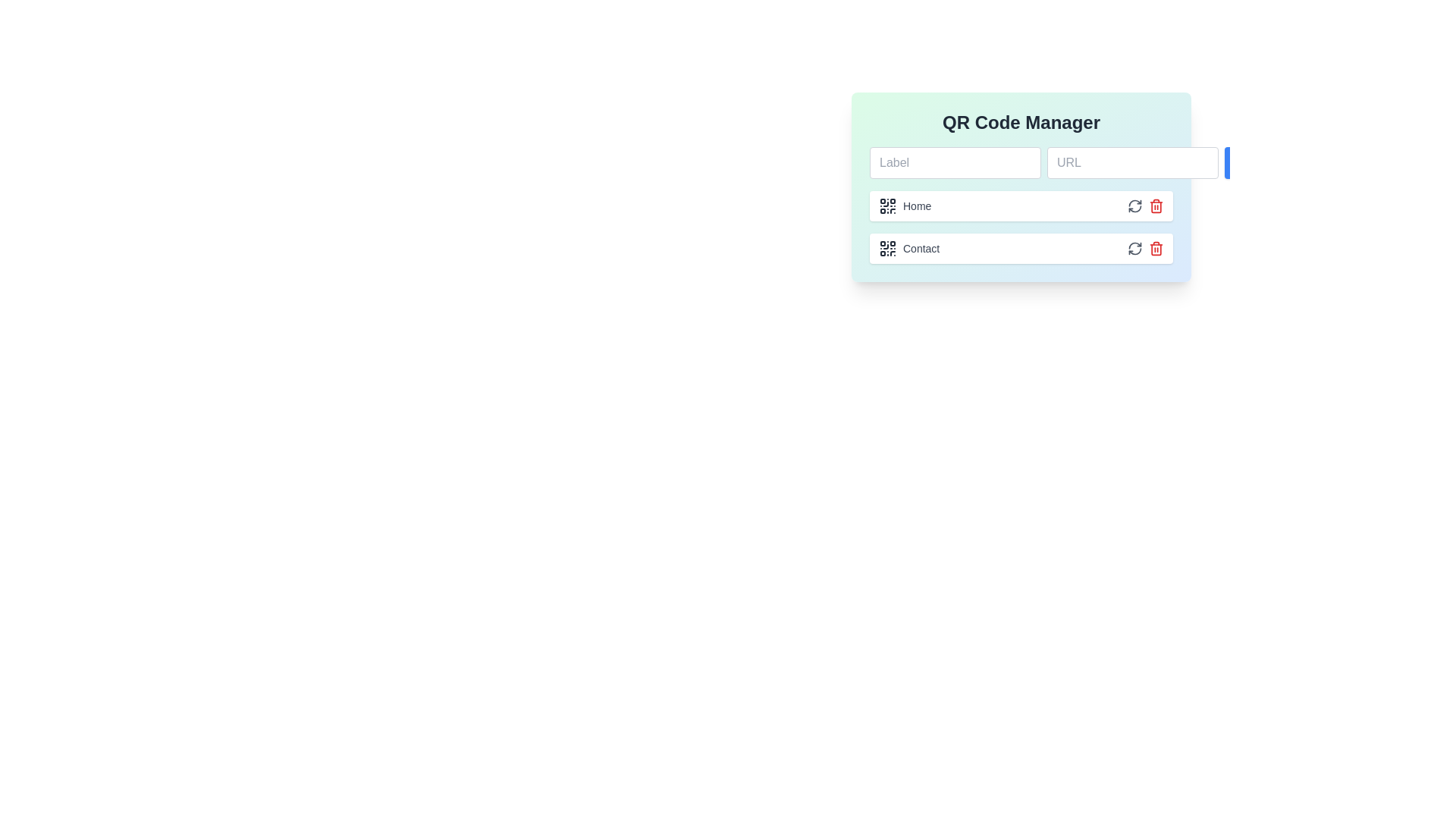 The width and height of the screenshot is (1456, 819). I want to click on the delete icon button located on the far right of the second row in the 'QR Code Manager' interface, so click(1156, 247).